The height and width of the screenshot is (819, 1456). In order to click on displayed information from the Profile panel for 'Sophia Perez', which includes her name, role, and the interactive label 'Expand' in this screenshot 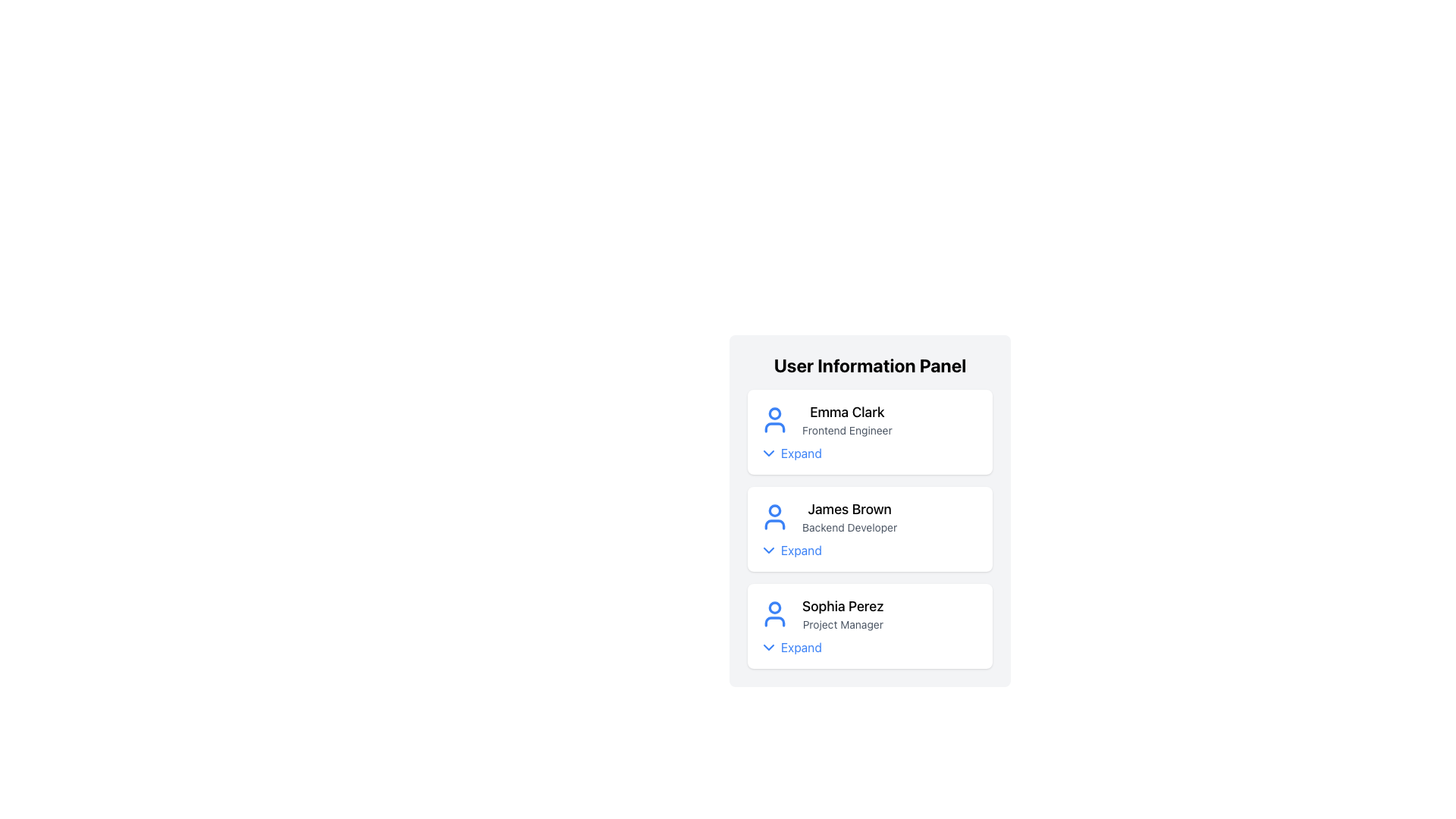, I will do `click(870, 626)`.